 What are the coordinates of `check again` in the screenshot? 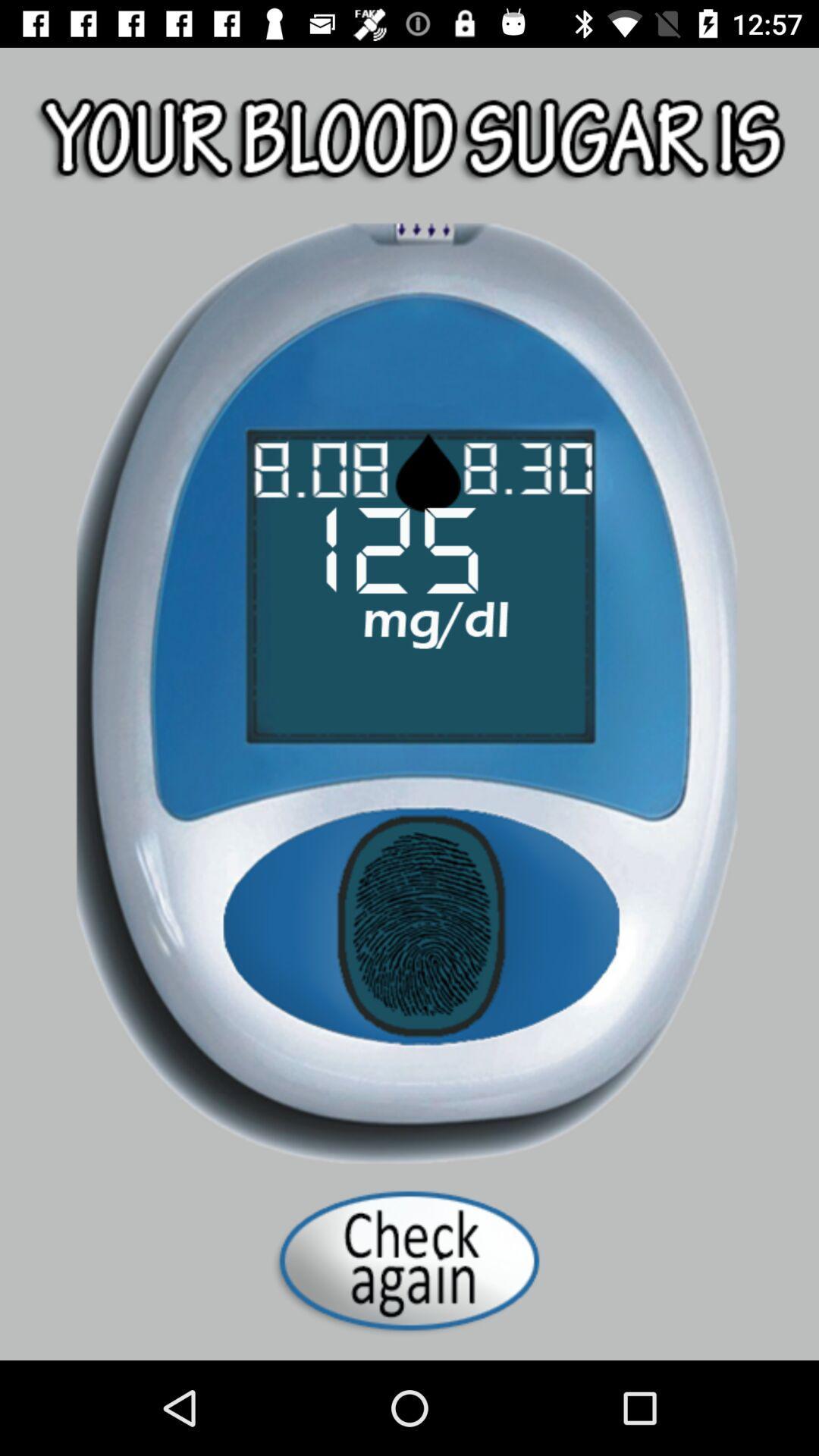 It's located at (409, 1260).